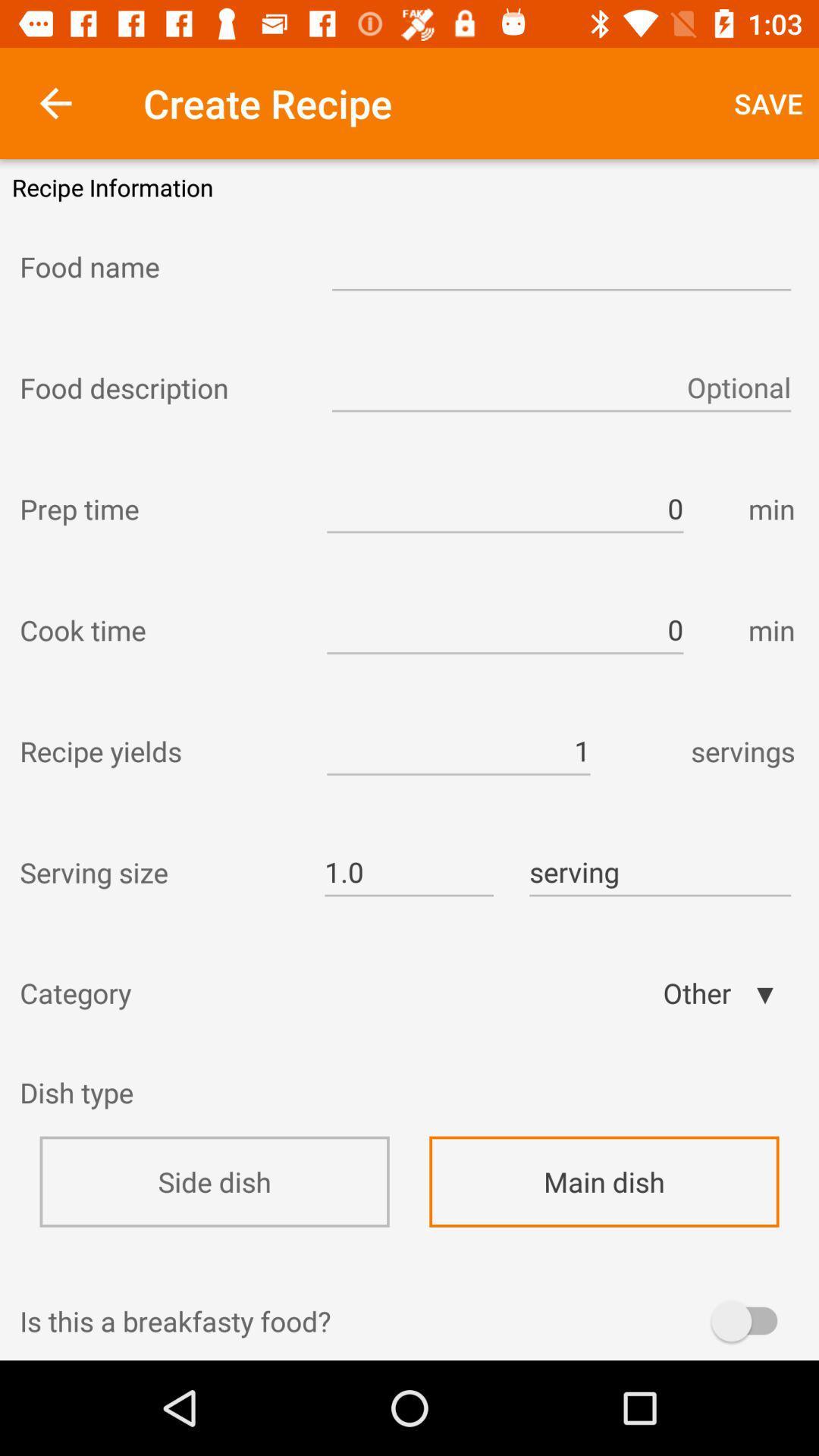 The width and height of the screenshot is (819, 1456). I want to click on the icon next to the main dish app, so click(77, 1102).